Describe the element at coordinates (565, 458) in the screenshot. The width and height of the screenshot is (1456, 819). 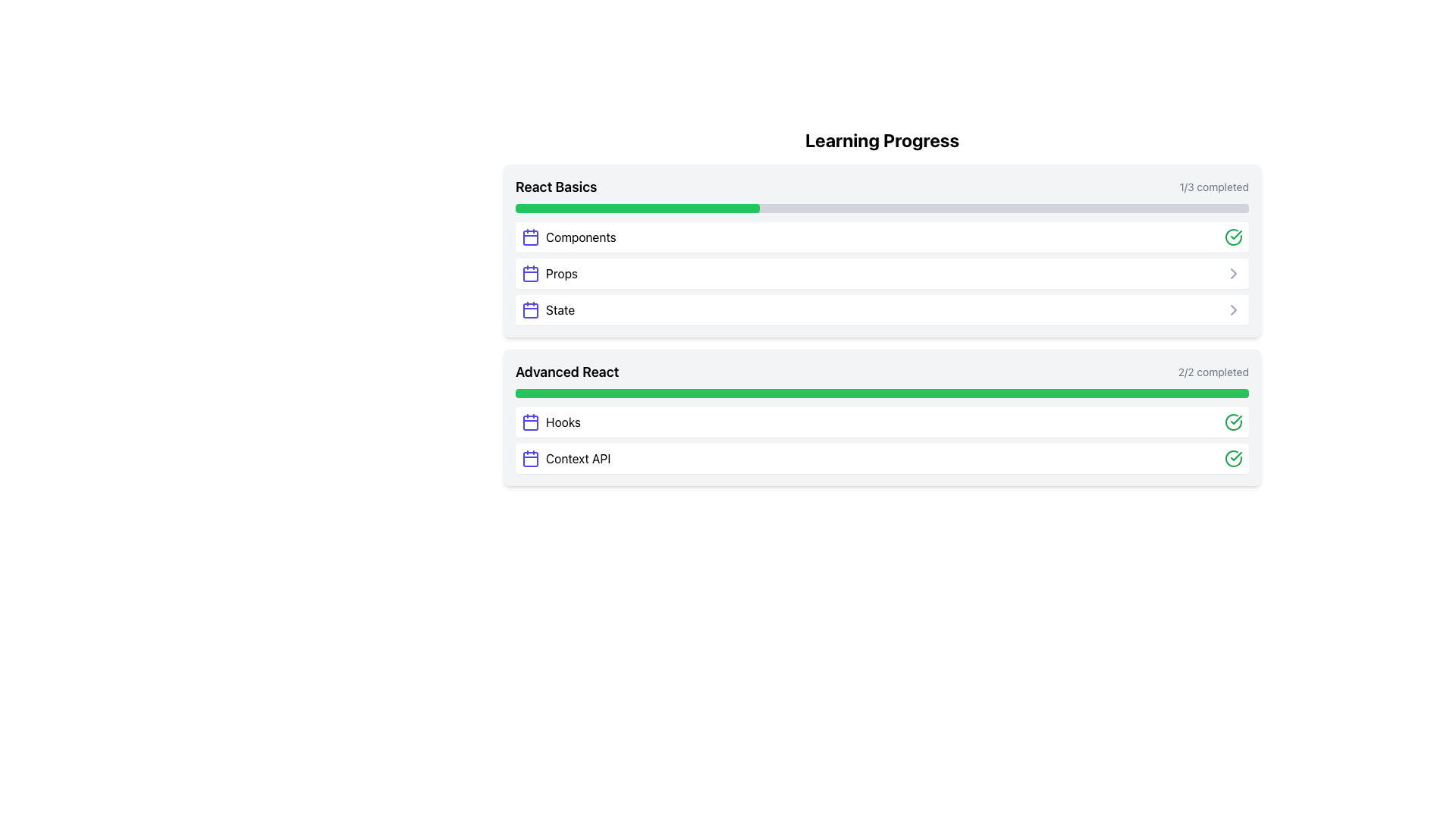
I see `associated information from the label containing the calendar icon and the text 'Context API', which is the second item in the 'Advanced React' section of the learning module interface` at that location.